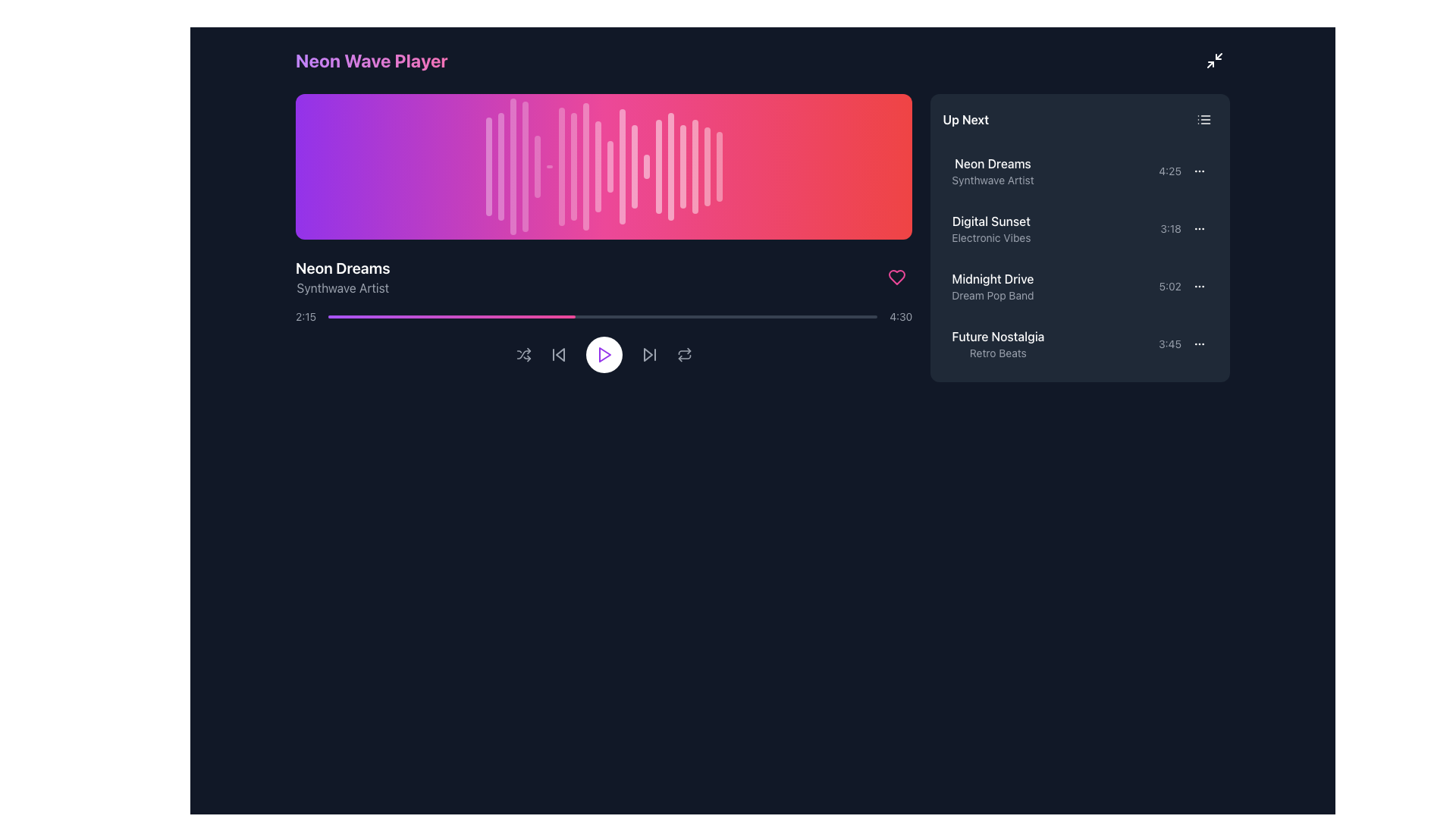  I want to click on the list item labeled 'Midnight Drive', so click(1079, 287).